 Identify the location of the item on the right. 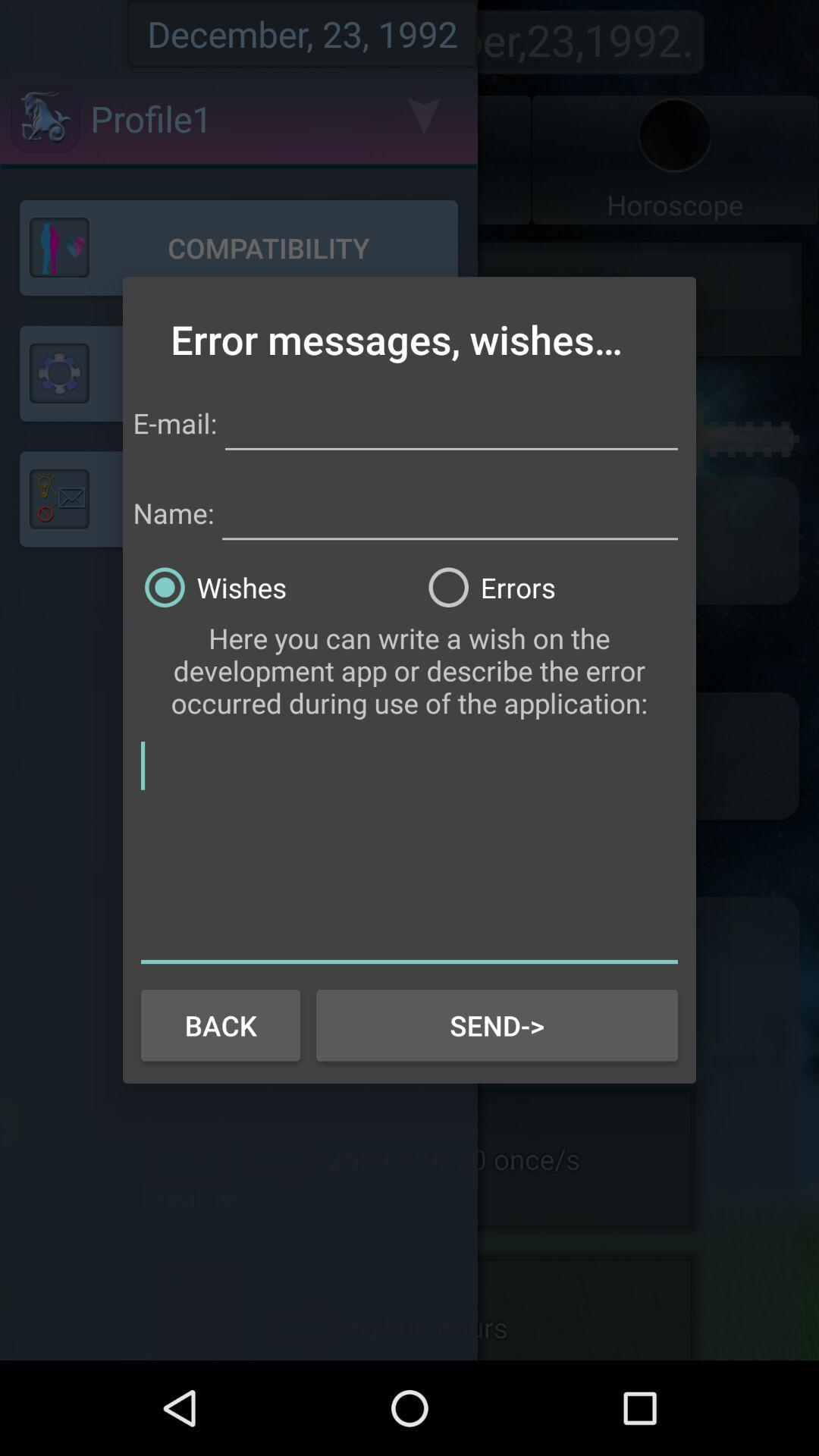
(551, 586).